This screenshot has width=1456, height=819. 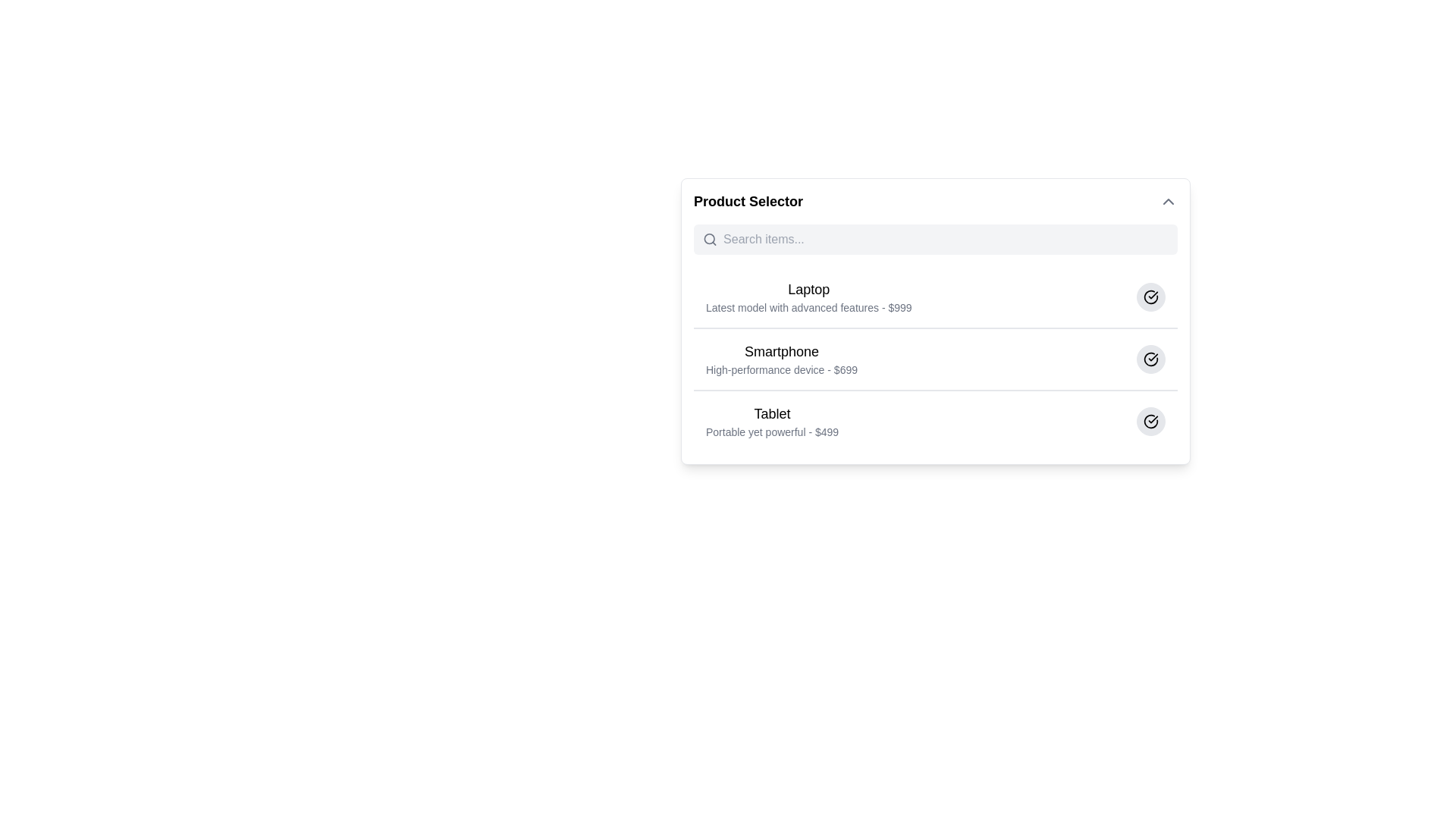 I want to click on text of the first item in the 'Product Selector' list, which includes 'Laptop' and its description 'Latest model with advanced features - $999', so click(x=808, y=297).